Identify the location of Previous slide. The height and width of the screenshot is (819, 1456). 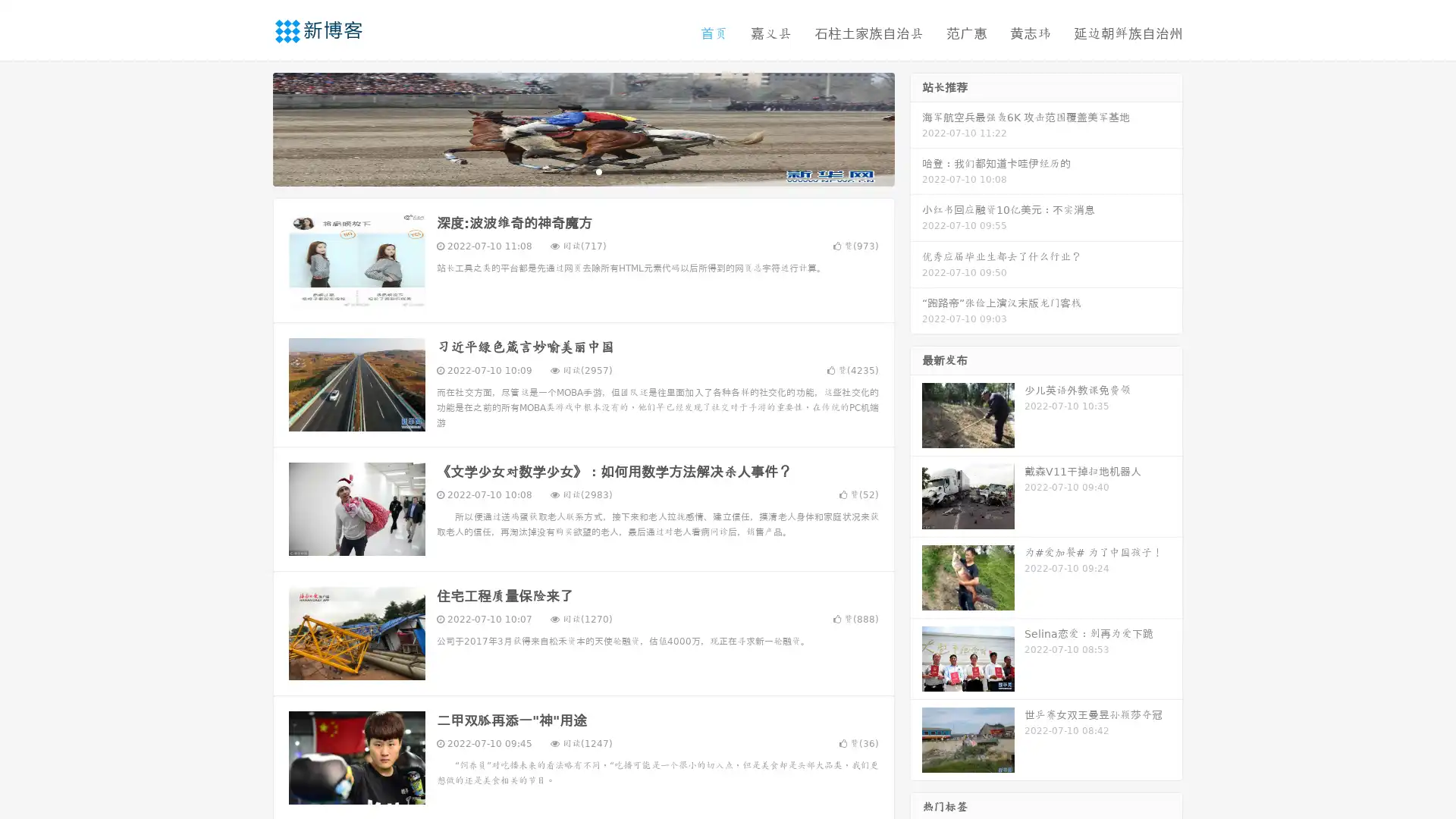
(250, 127).